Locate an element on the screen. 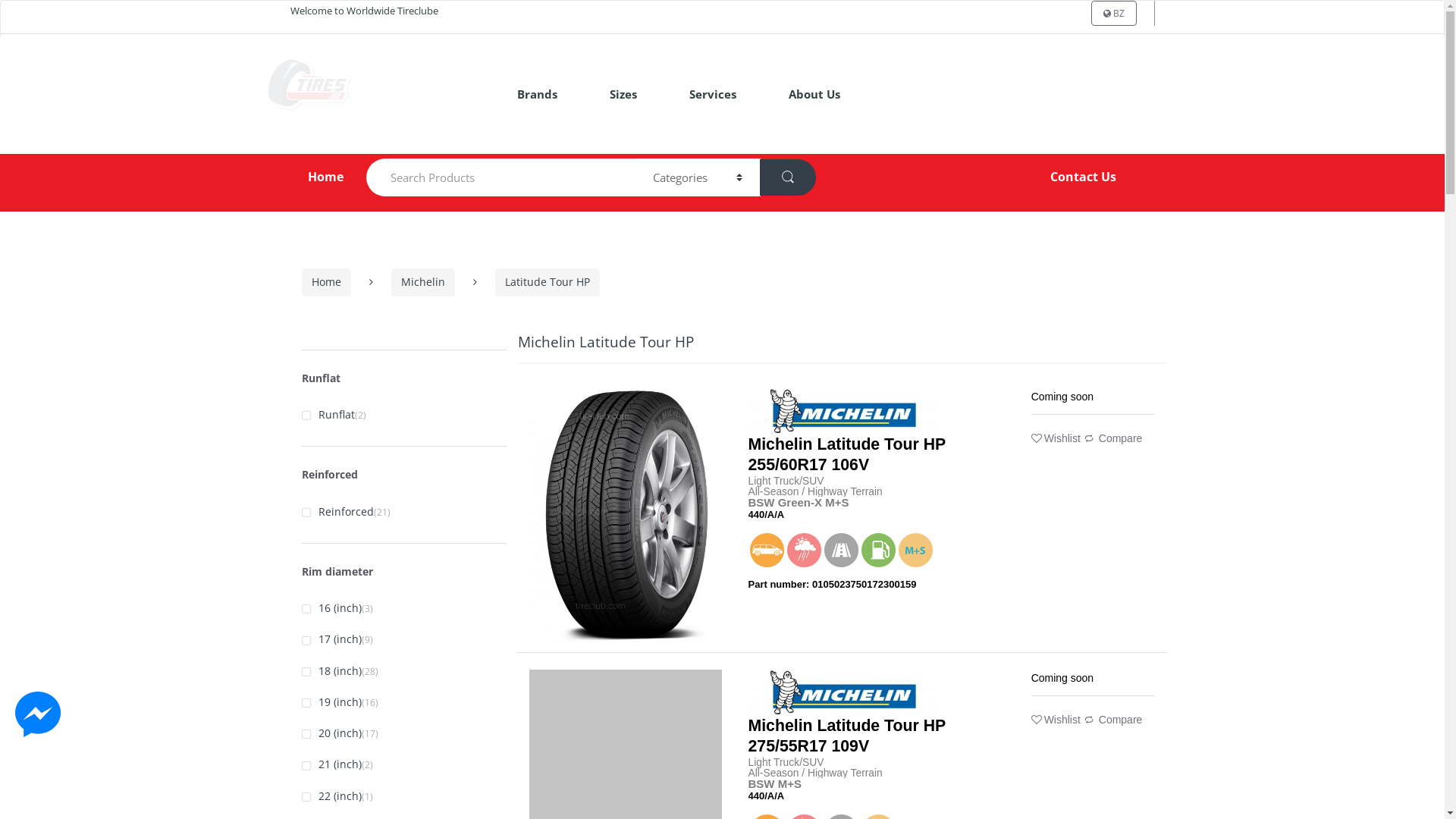 The height and width of the screenshot is (819, 1456). 'Michelin Latitude Tour HP is located at coordinates (846, 453).